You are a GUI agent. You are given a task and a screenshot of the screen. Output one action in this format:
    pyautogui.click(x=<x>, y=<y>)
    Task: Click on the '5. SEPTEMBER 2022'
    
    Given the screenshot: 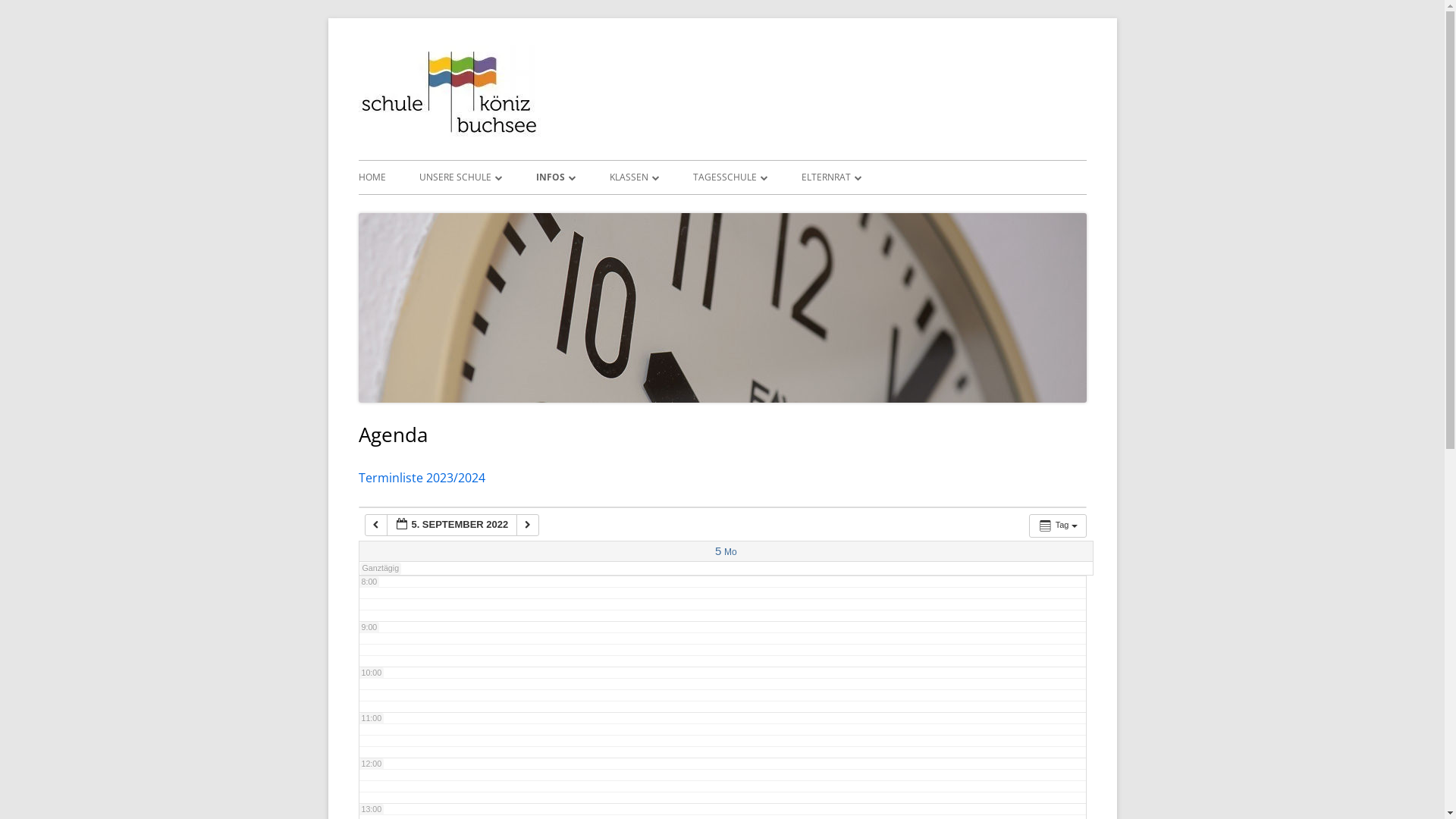 What is the action you would take?
    pyautogui.click(x=451, y=524)
    